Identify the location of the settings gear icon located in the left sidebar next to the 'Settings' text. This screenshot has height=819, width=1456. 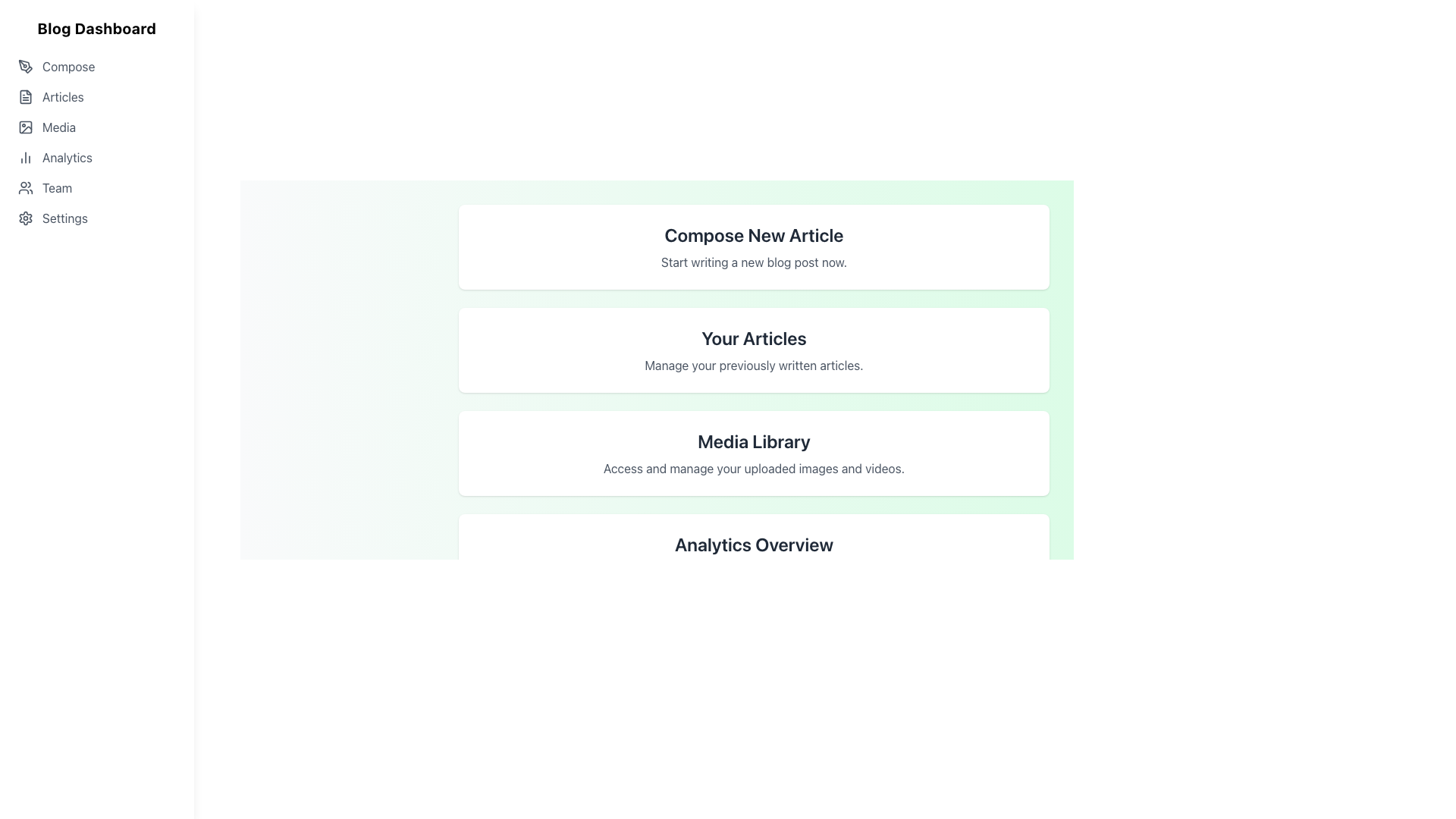
(25, 218).